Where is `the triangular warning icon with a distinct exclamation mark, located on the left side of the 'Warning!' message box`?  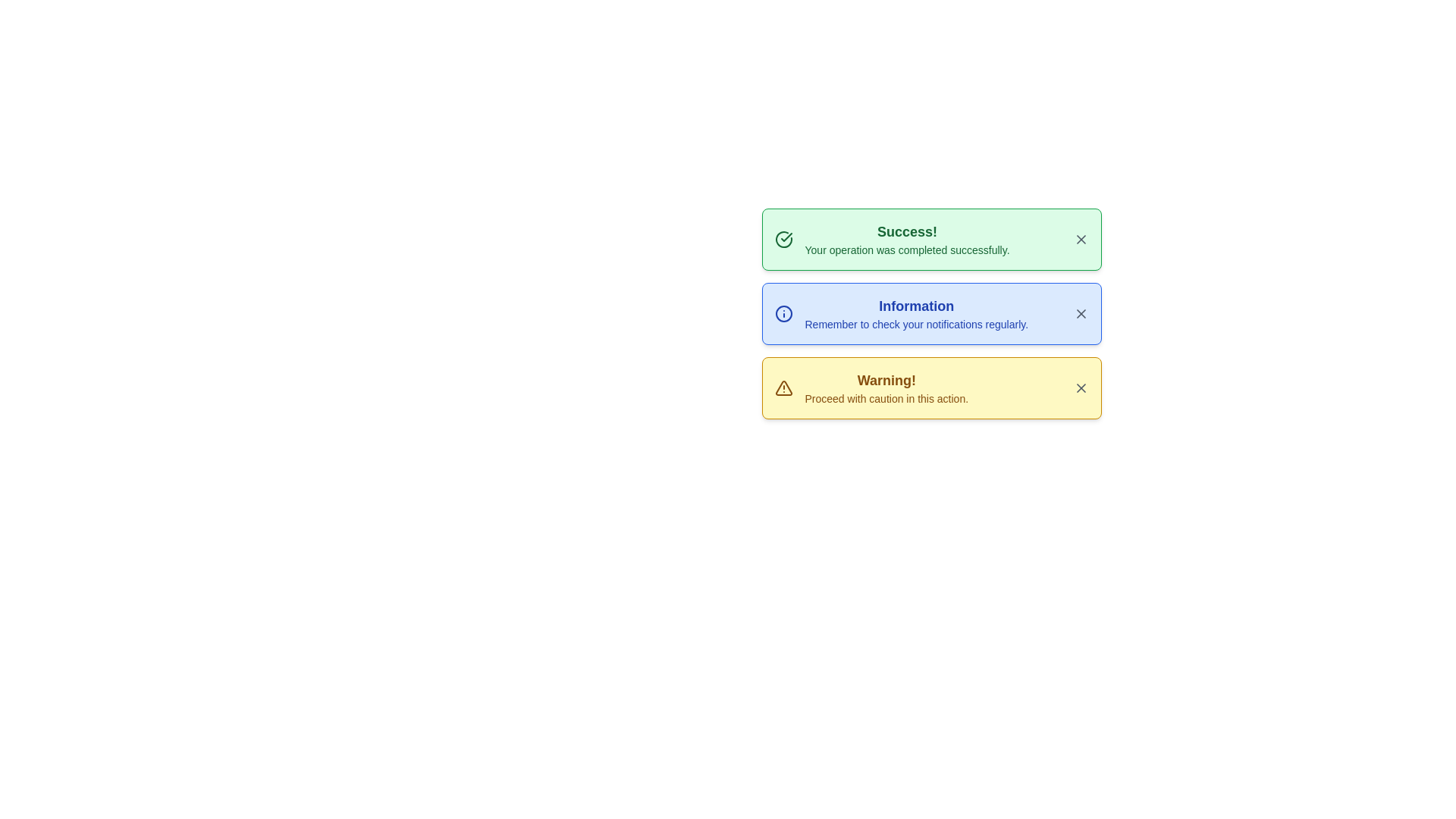 the triangular warning icon with a distinct exclamation mark, located on the left side of the 'Warning!' message box is located at coordinates (783, 388).